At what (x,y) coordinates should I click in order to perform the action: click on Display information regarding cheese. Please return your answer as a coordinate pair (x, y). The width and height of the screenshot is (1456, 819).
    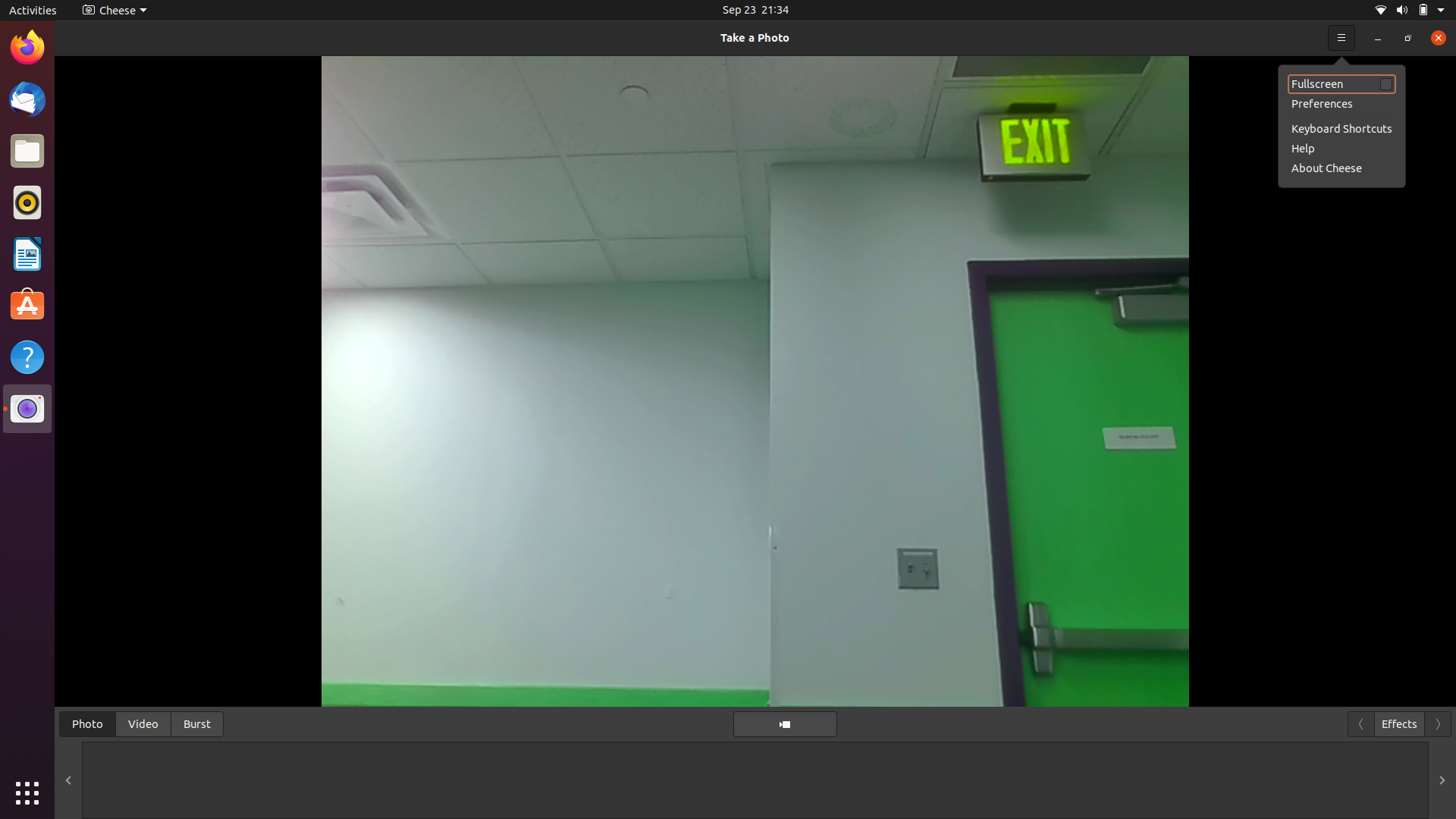
    Looking at the image, I should click on (1433, 36).